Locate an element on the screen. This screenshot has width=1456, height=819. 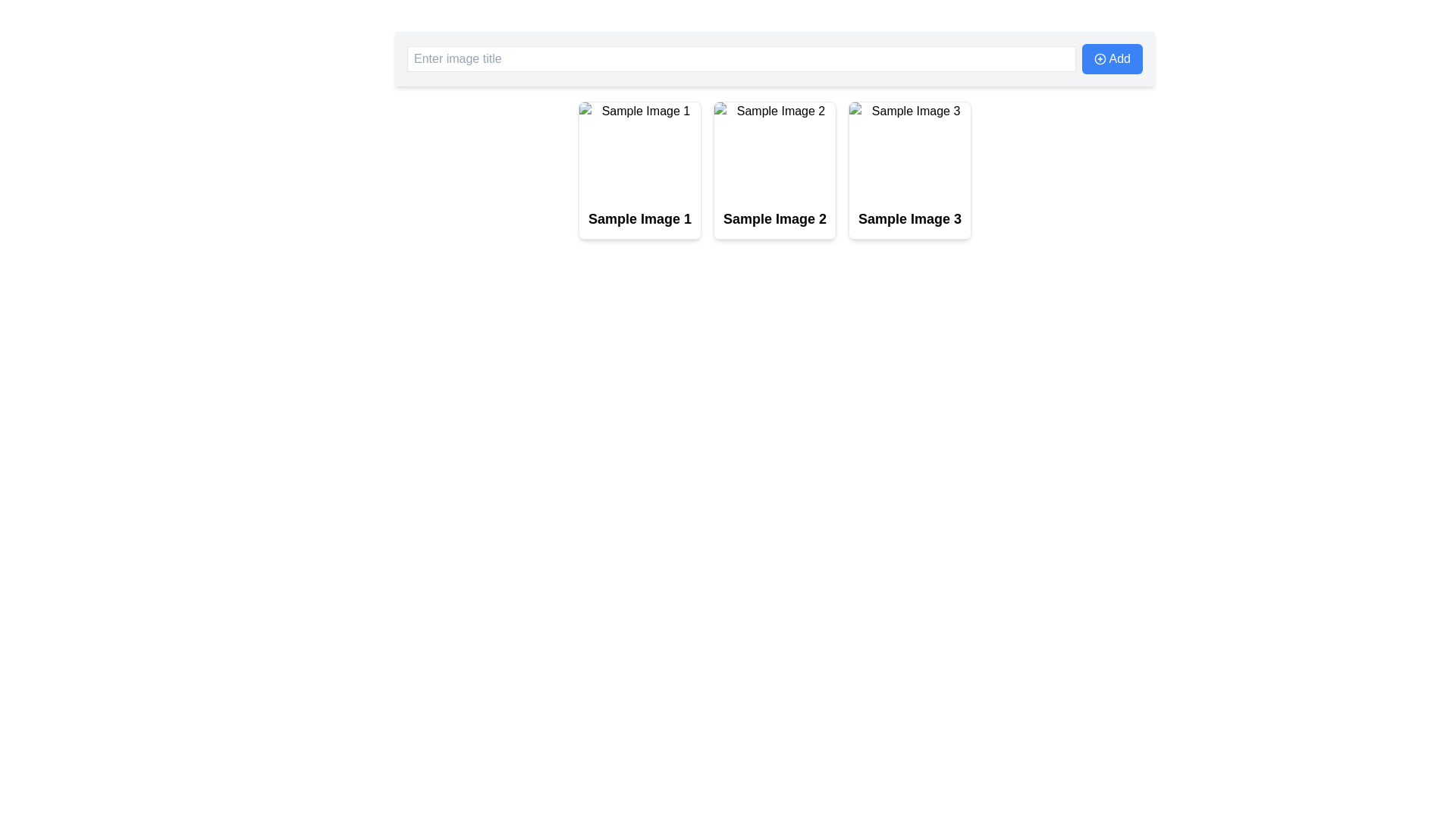
the text label displaying 'Sample Image 3.' which is centrally aligned below the third image placeholder, making it visually prominent within its card is located at coordinates (910, 219).